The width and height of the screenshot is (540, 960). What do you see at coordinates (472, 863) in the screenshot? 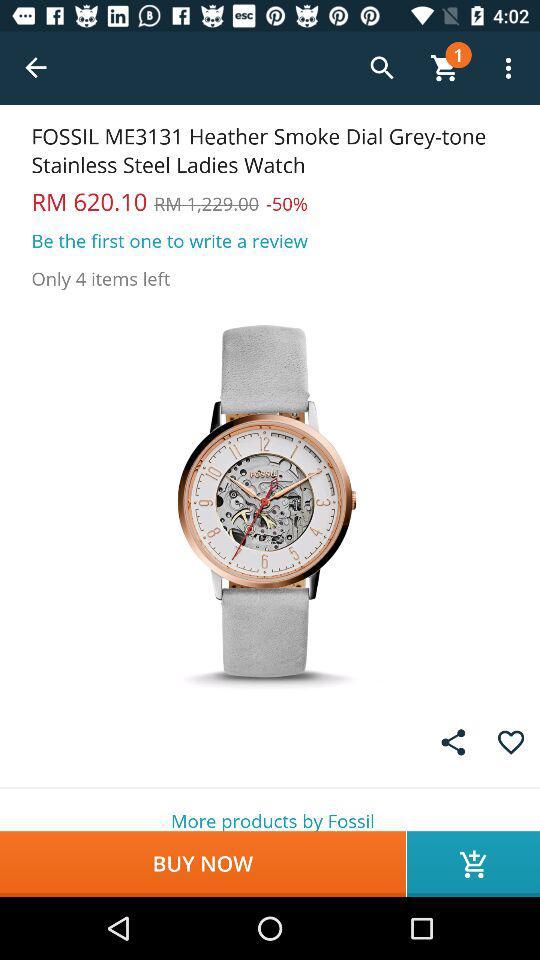
I see `icon below more products by icon` at bounding box center [472, 863].